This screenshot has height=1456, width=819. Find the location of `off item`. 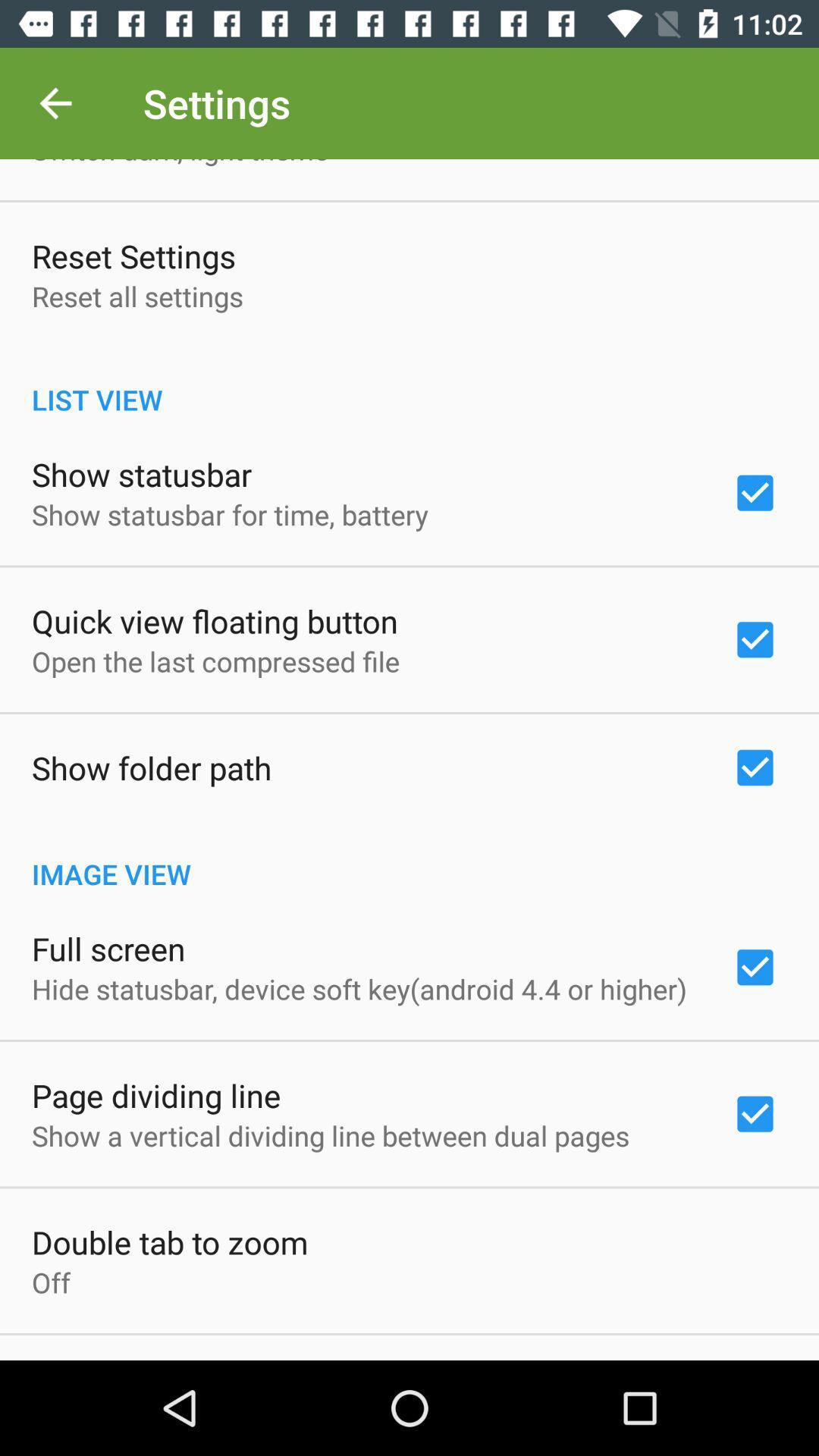

off item is located at coordinates (50, 1282).